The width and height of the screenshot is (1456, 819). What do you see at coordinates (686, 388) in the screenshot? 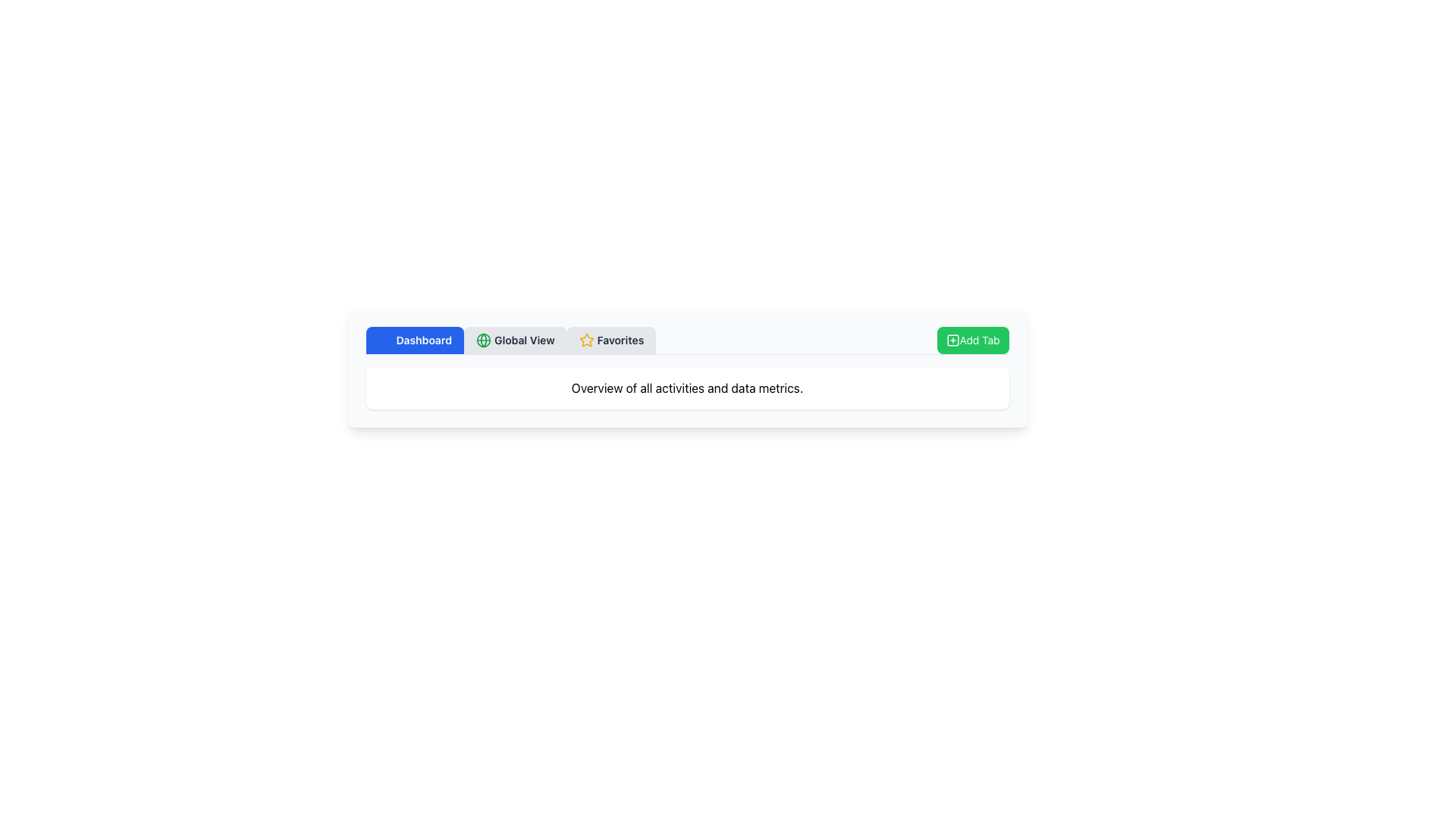
I see `the Text block which serves as a summary or introduction of the displayed activities and data metrics, located below the navigation options and the 'Add Tab' button` at bounding box center [686, 388].